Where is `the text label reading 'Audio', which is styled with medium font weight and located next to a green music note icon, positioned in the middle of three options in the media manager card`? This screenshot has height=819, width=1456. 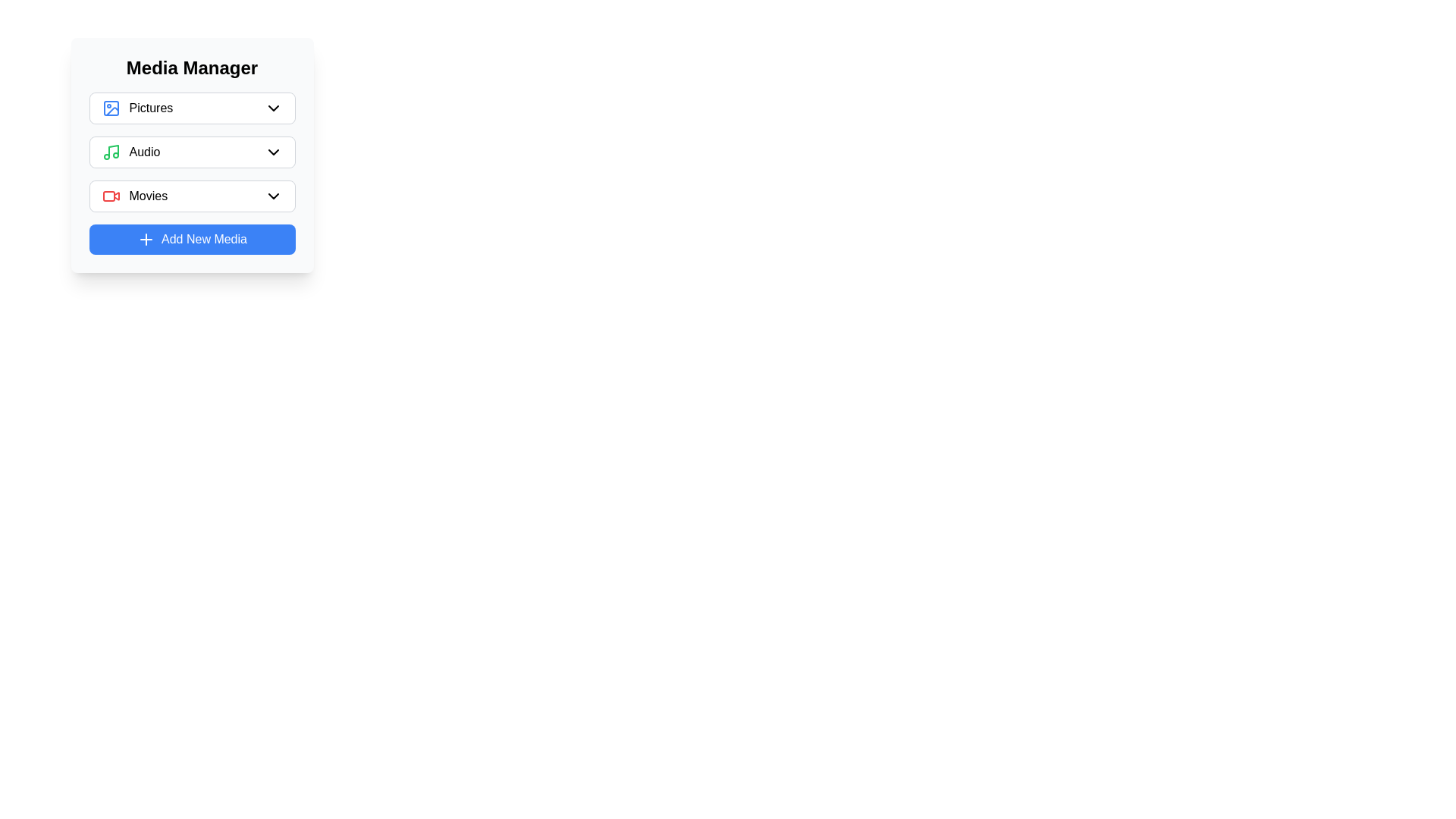 the text label reading 'Audio', which is styled with medium font weight and located next to a green music note icon, positioned in the middle of three options in the media manager card is located at coordinates (145, 152).